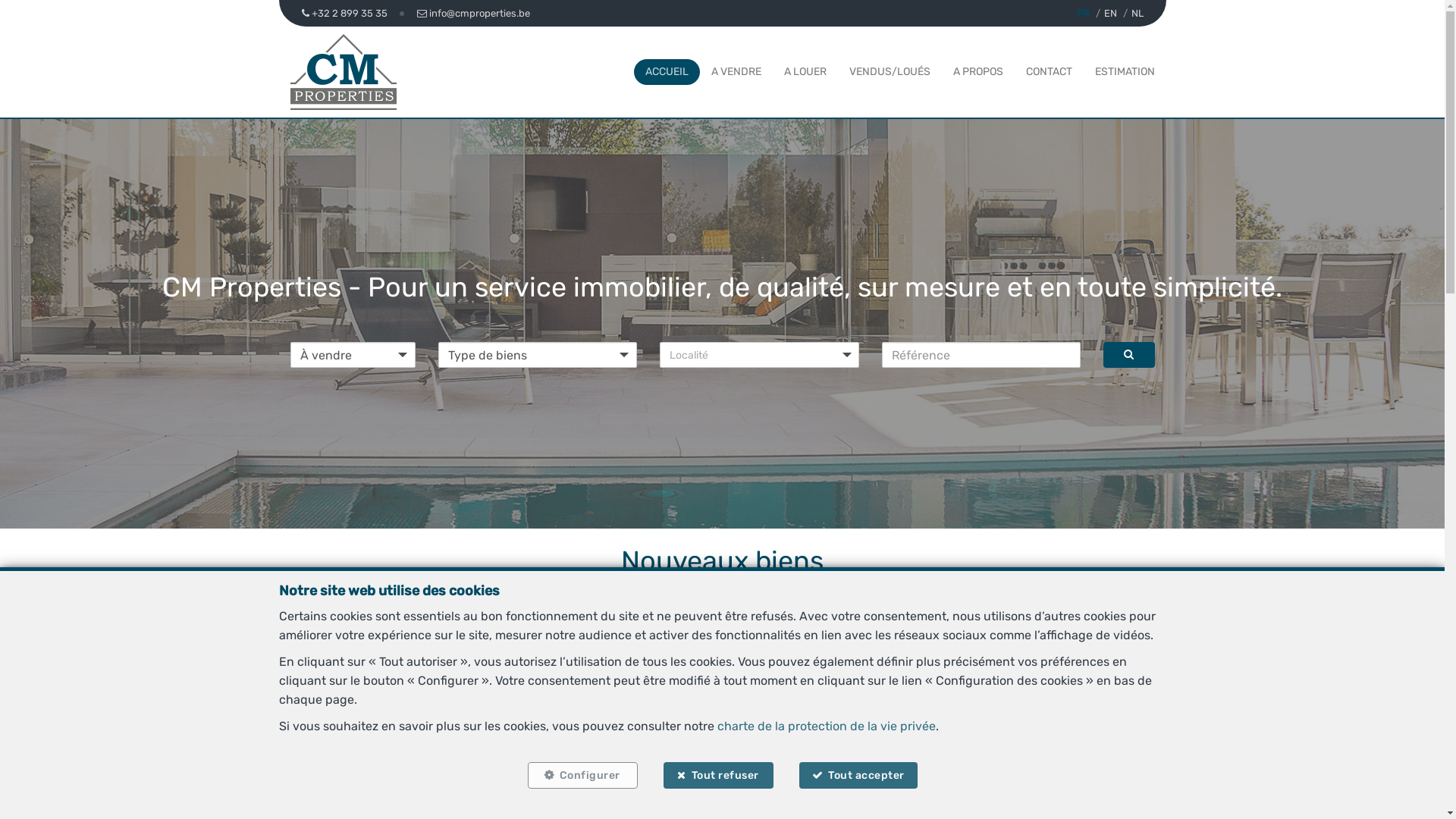  Describe the element at coordinates (582, 775) in the screenshot. I see `'Configurer'` at that location.